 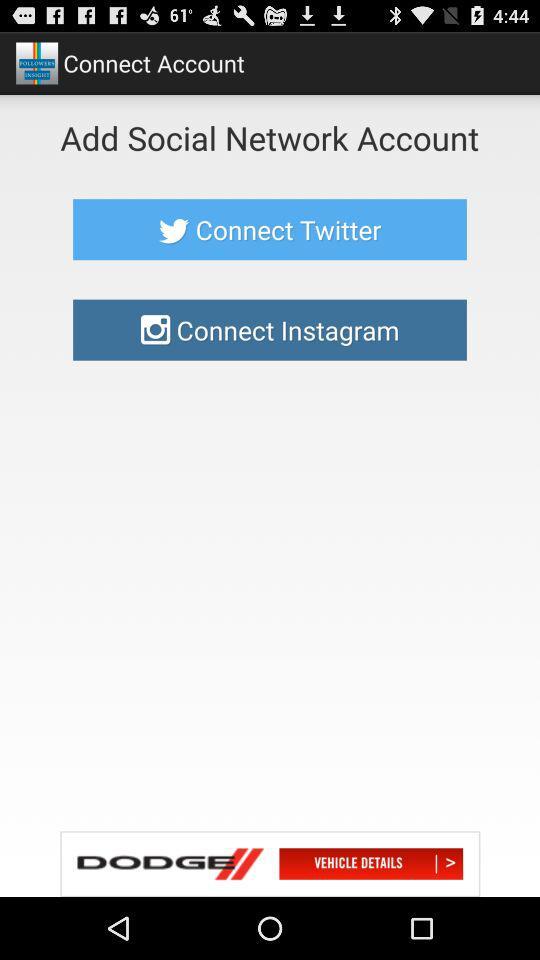 What do you see at coordinates (270, 863) in the screenshot?
I see `advertisement` at bounding box center [270, 863].